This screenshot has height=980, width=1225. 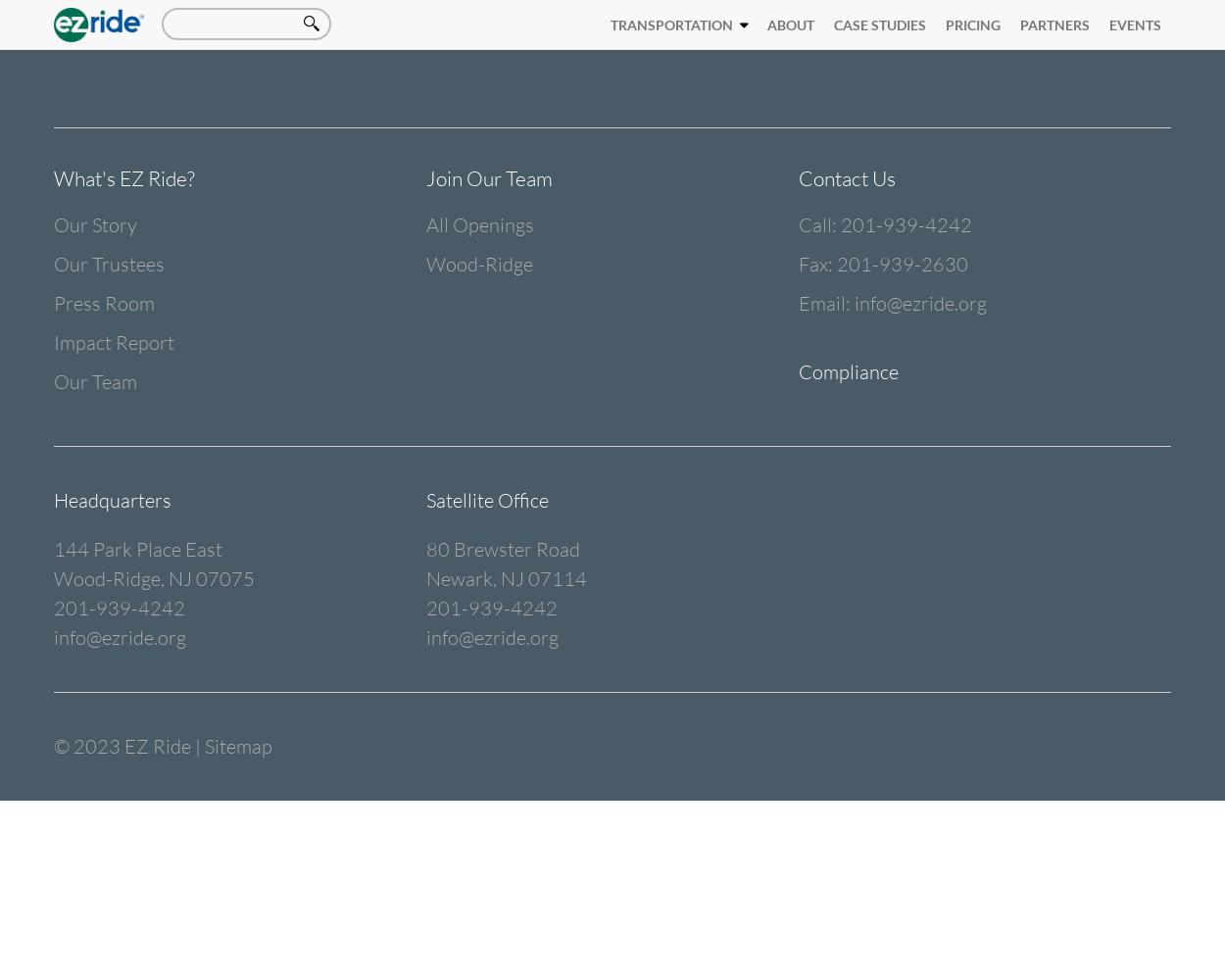 What do you see at coordinates (94, 223) in the screenshot?
I see `'Our Story'` at bounding box center [94, 223].